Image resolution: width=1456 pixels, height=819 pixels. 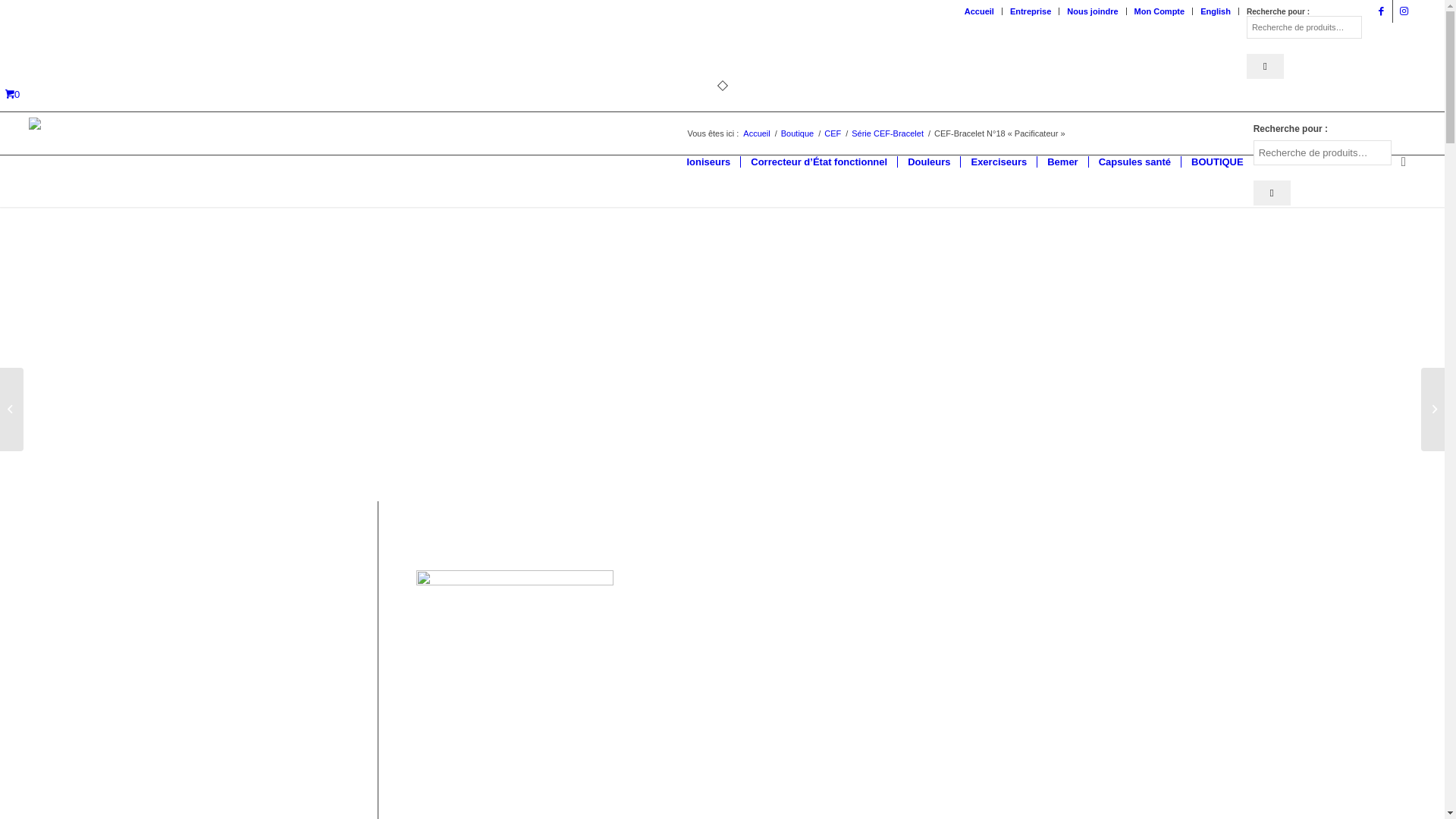 I want to click on 'Accueil', so click(x=756, y=133).